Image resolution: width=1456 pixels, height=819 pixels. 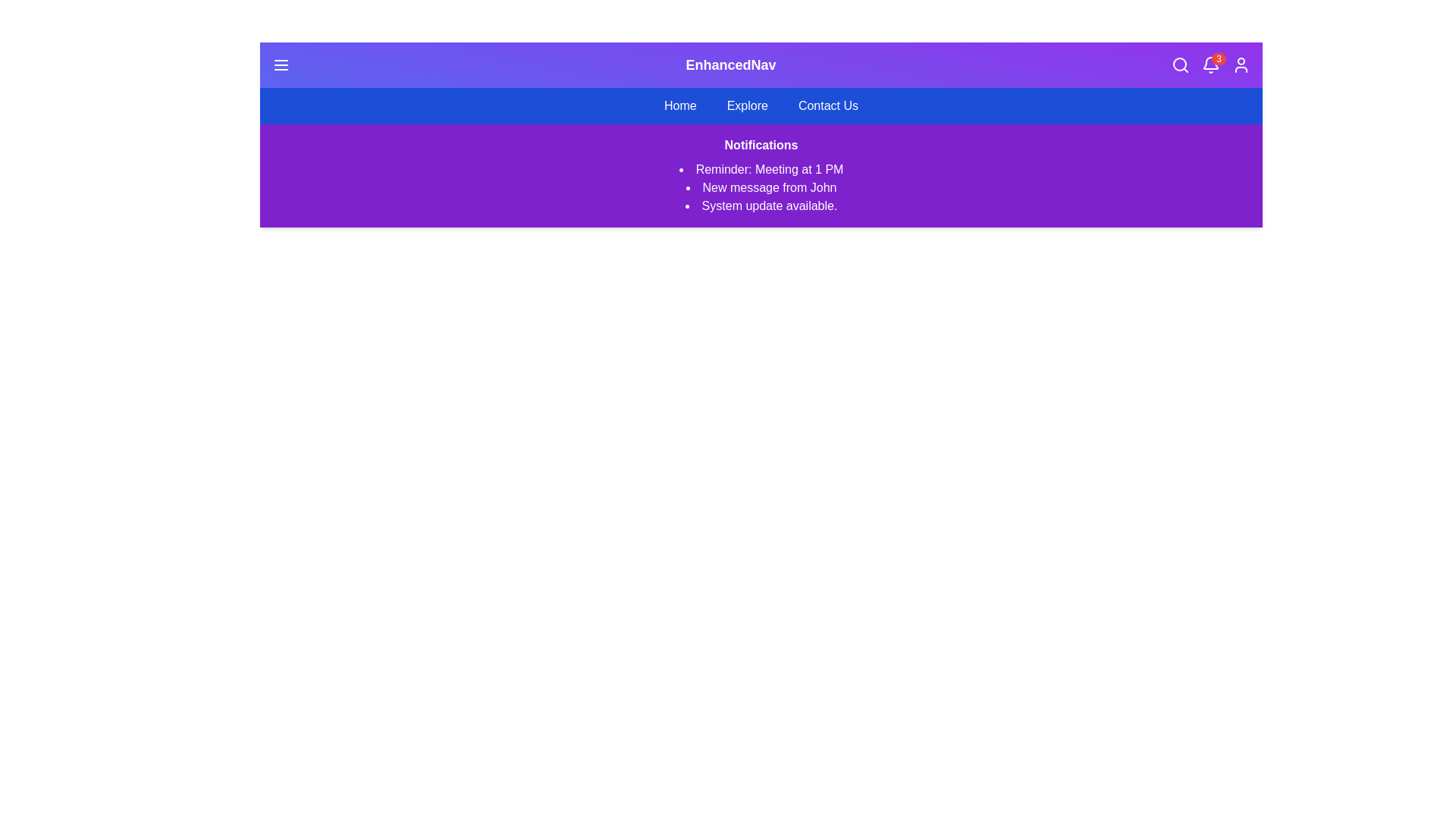 What do you see at coordinates (761, 187) in the screenshot?
I see `the unordered list that displays user notifications, positioned centrally below the 'Notifications' header` at bounding box center [761, 187].